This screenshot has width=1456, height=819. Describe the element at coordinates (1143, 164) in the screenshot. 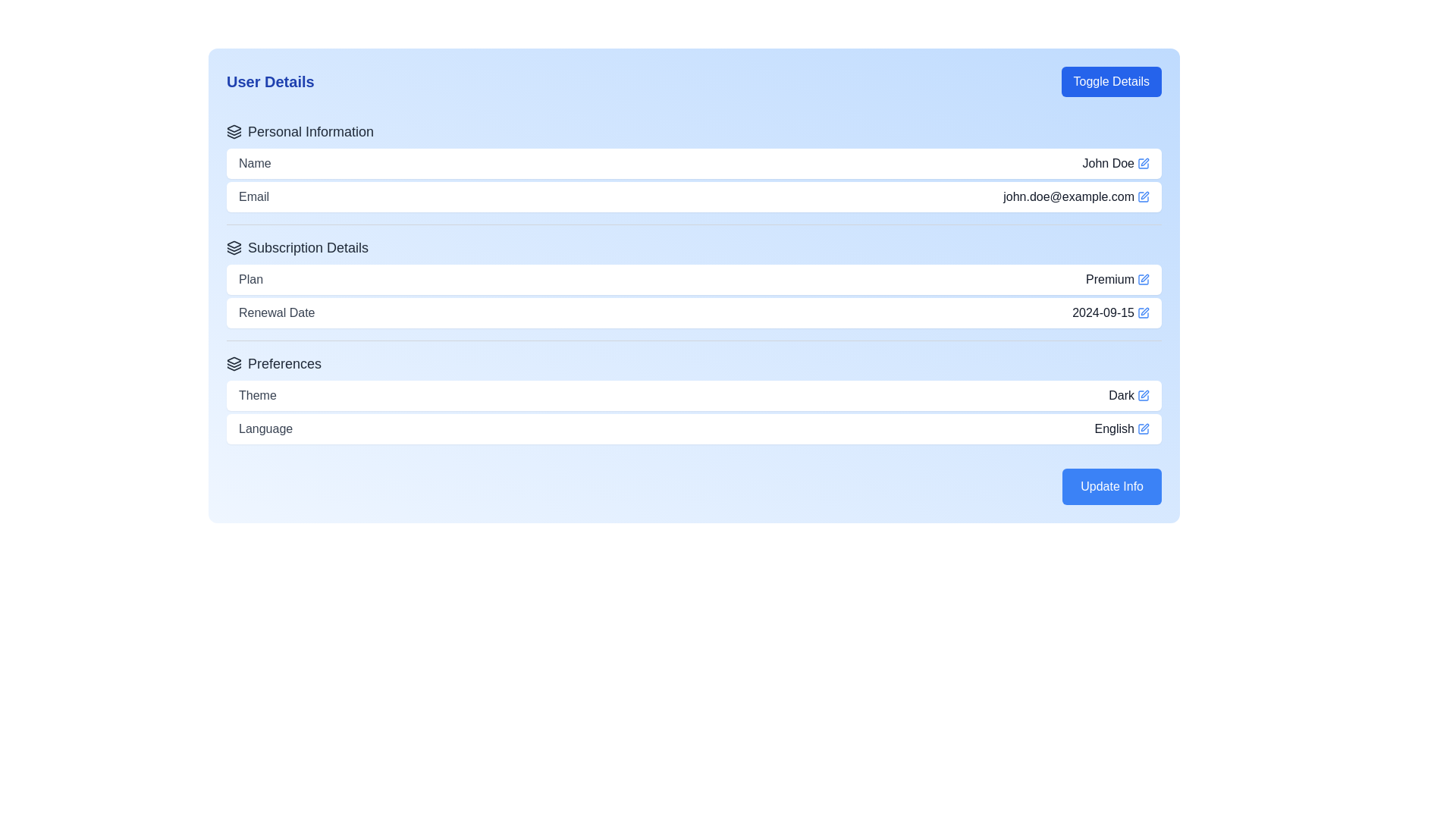

I see `the blue square-shaped icon button with a pen illustration next to the 'John Doe' label` at that location.